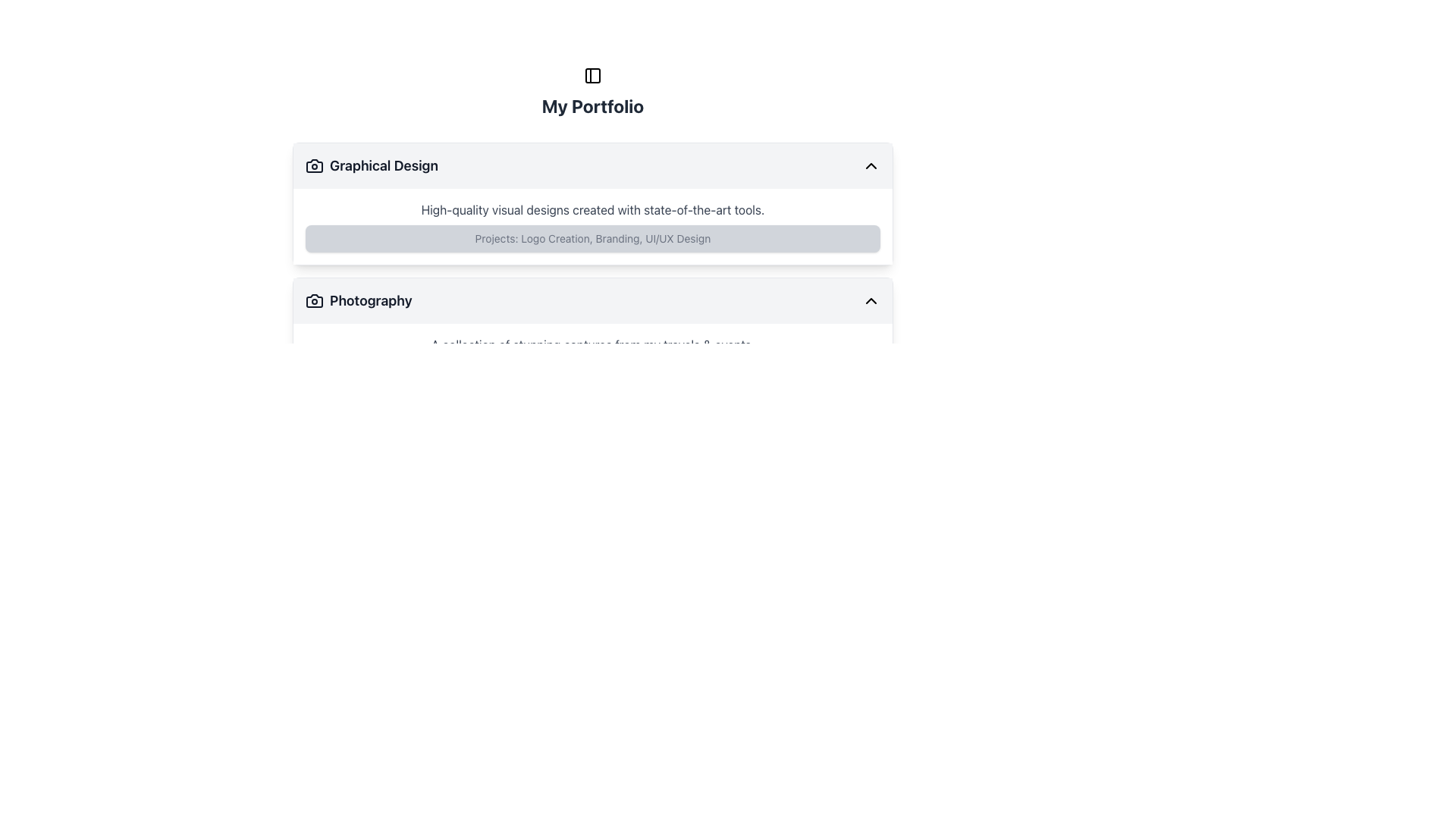 The width and height of the screenshot is (1456, 819). What do you see at coordinates (592, 93) in the screenshot?
I see `the location context of the Header with icon that displays 'My Portfolio', which is styled in bold` at bounding box center [592, 93].